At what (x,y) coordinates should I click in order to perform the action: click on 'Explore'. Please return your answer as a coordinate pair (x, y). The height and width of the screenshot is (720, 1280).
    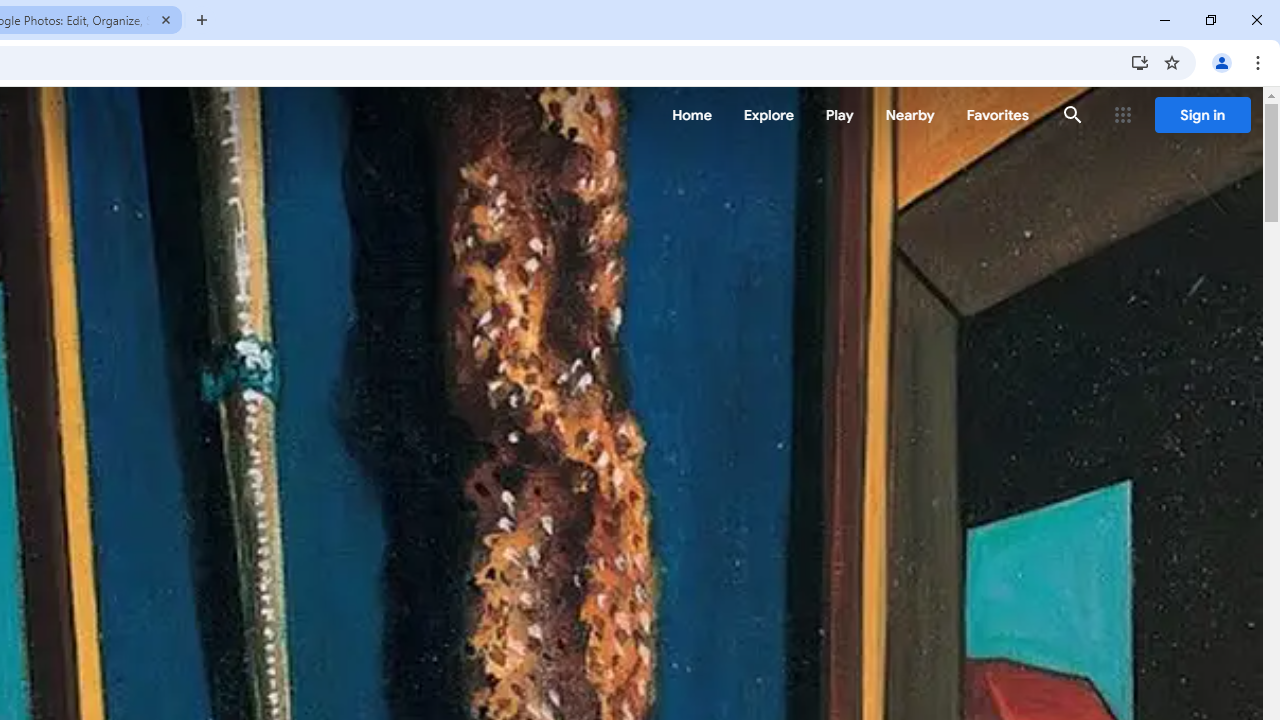
    Looking at the image, I should click on (767, 115).